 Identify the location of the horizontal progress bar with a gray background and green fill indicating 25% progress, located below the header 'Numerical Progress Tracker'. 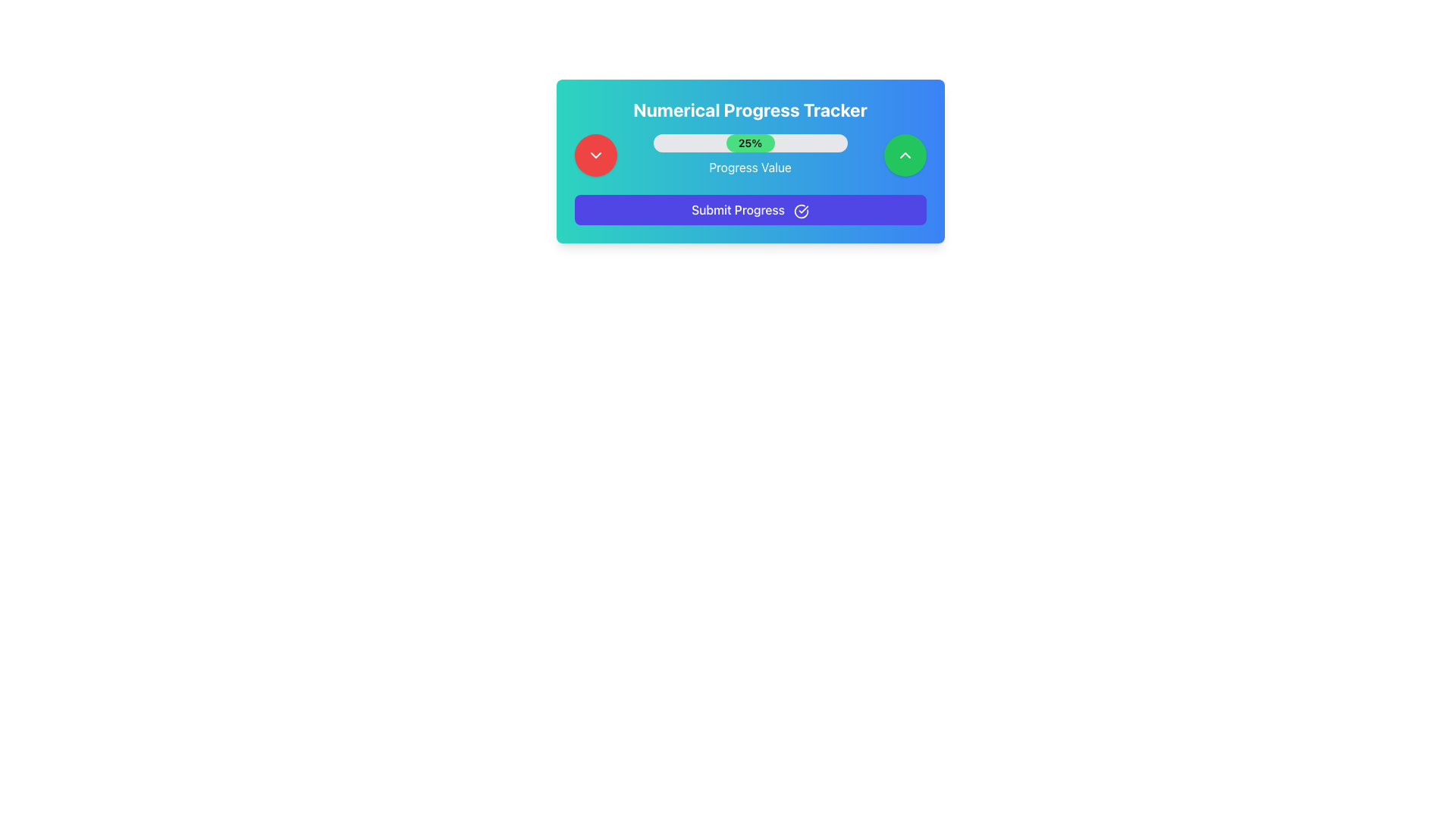
(750, 143).